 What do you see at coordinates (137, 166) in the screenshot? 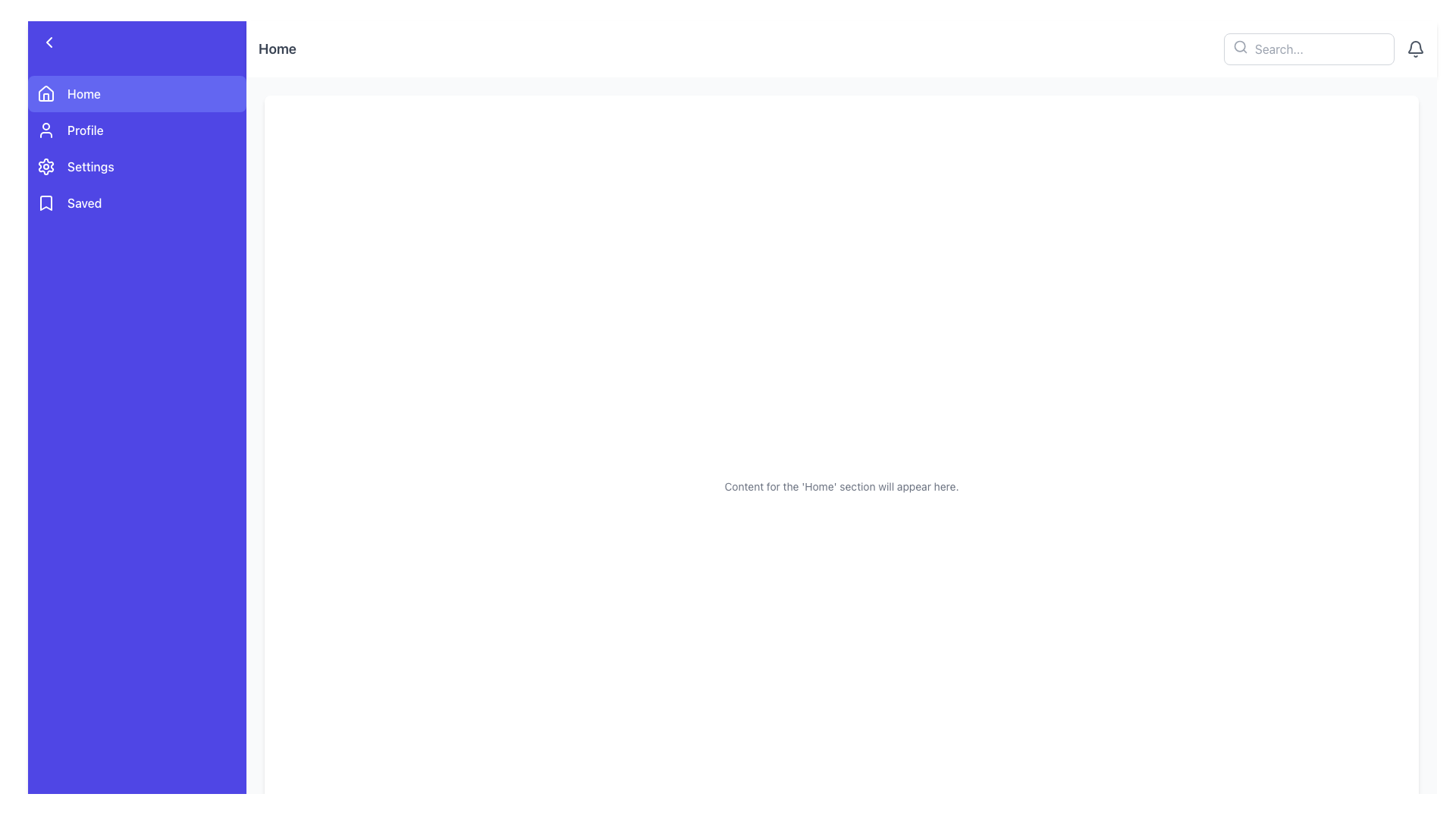
I see `the 'Settings' button located in the vertical navigation menu on the left sidebar` at bounding box center [137, 166].